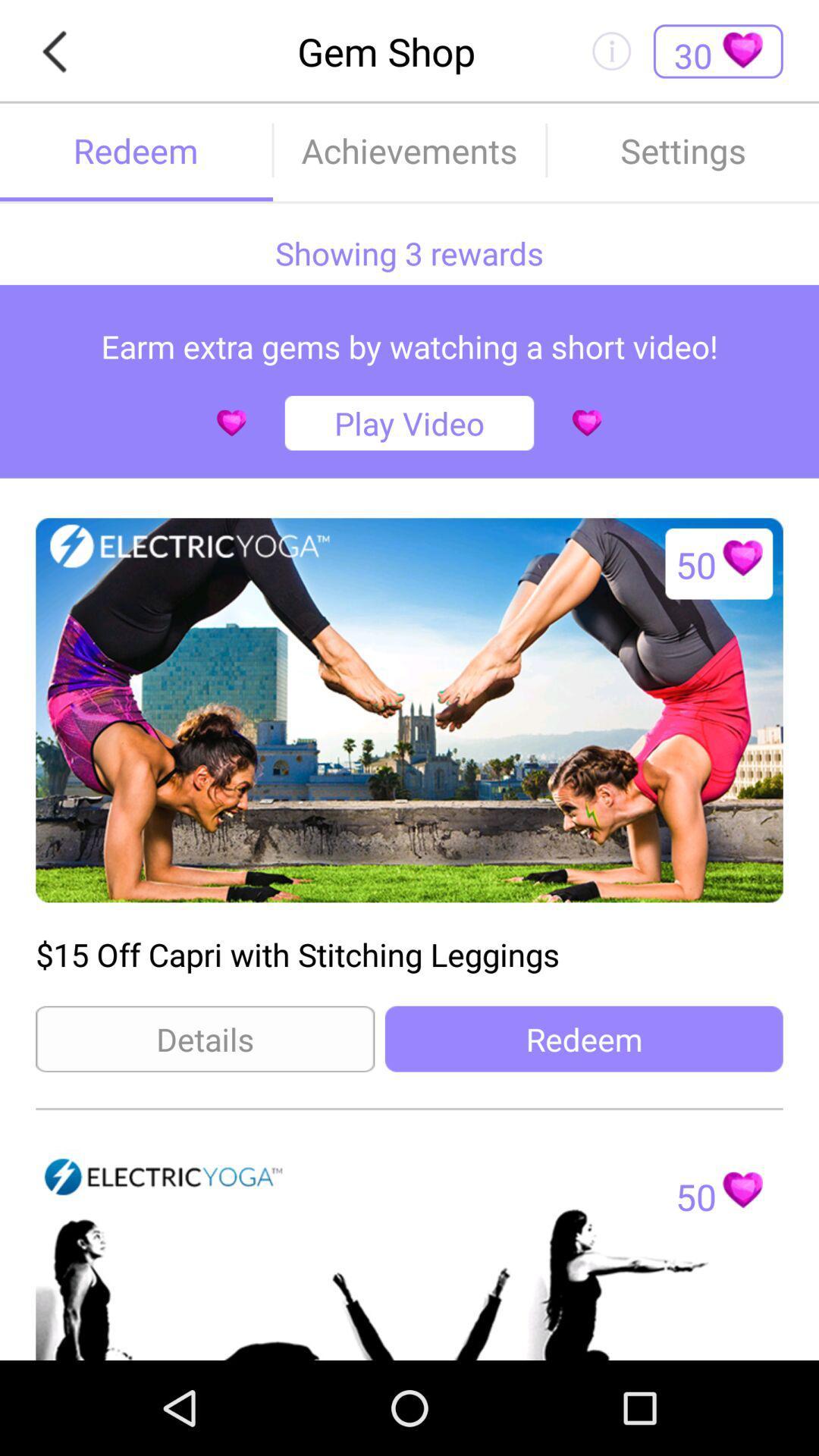 This screenshot has width=819, height=1456. What do you see at coordinates (610, 55) in the screenshot?
I see `the info icon` at bounding box center [610, 55].